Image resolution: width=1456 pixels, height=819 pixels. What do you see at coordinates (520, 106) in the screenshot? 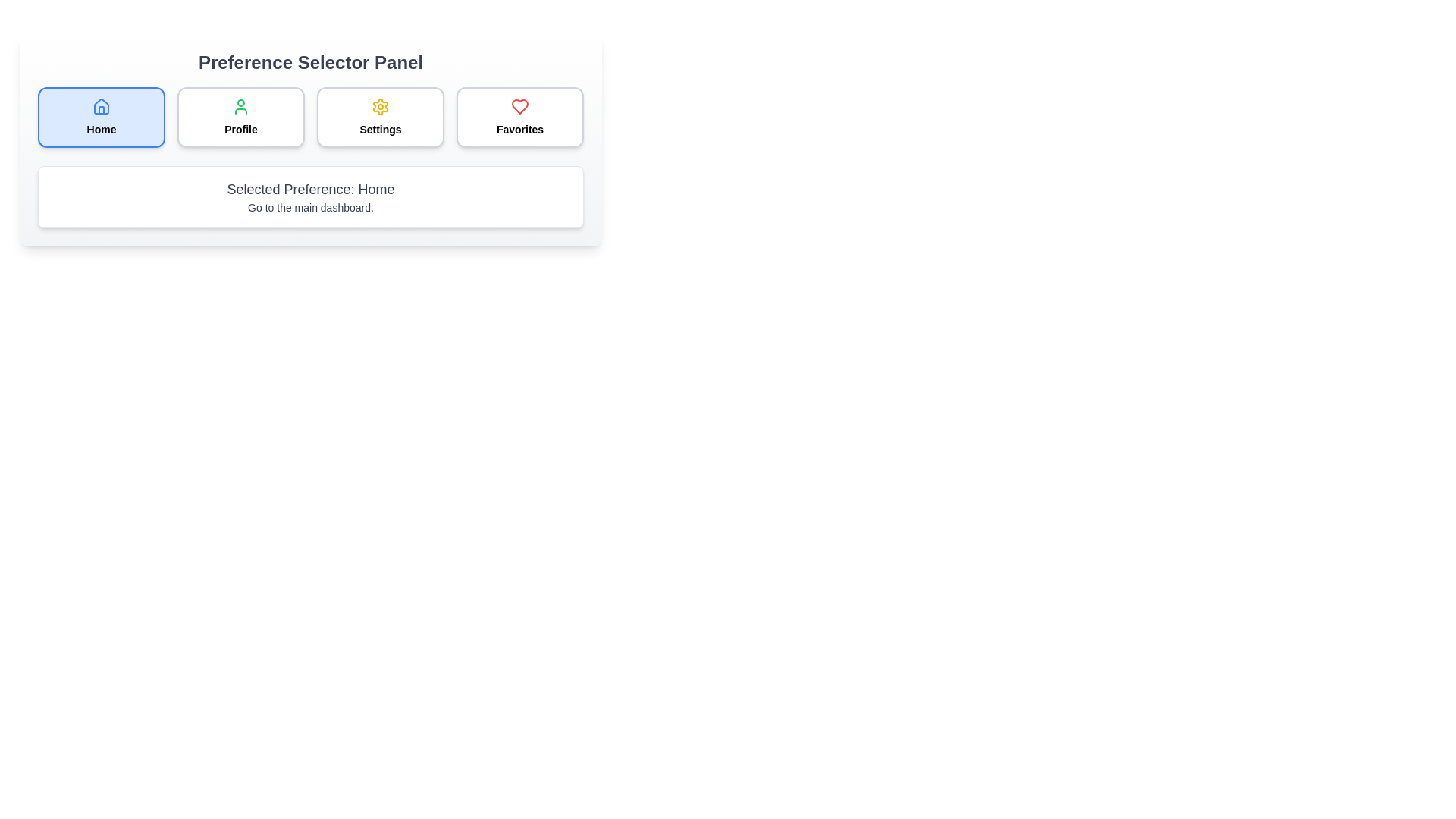
I see `the 'Favorites' icon which is the rightmost option in the row of four preference buttons located under the 'Preference Selector Panel' title to trigger a tooltip or visual effect` at bounding box center [520, 106].